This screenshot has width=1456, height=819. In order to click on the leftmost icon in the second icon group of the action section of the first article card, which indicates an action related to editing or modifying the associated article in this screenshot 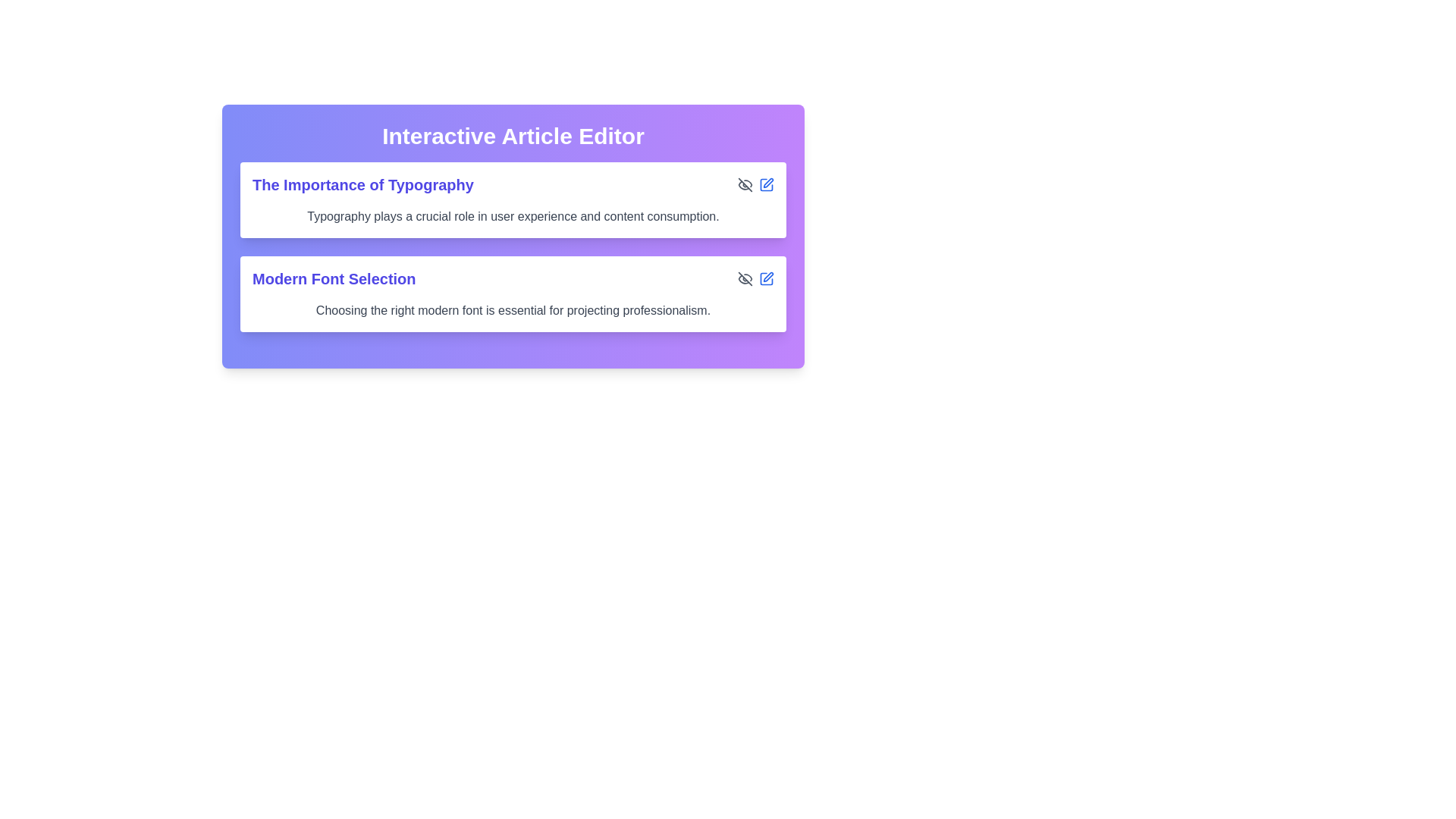, I will do `click(767, 184)`.